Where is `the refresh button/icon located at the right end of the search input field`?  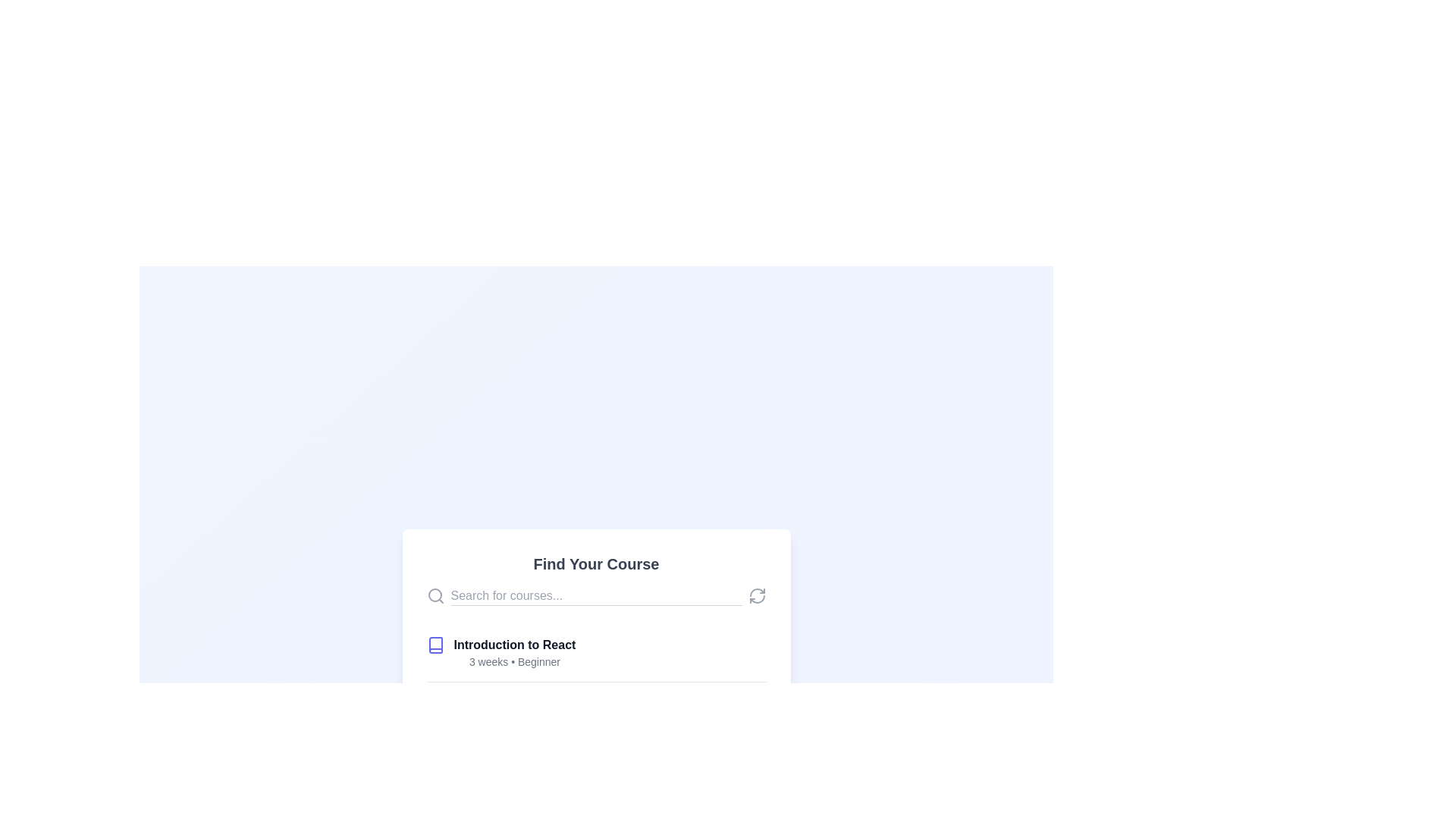 the refresh button/icon located at the right end of the search input field is located at coordinates (757, 595).